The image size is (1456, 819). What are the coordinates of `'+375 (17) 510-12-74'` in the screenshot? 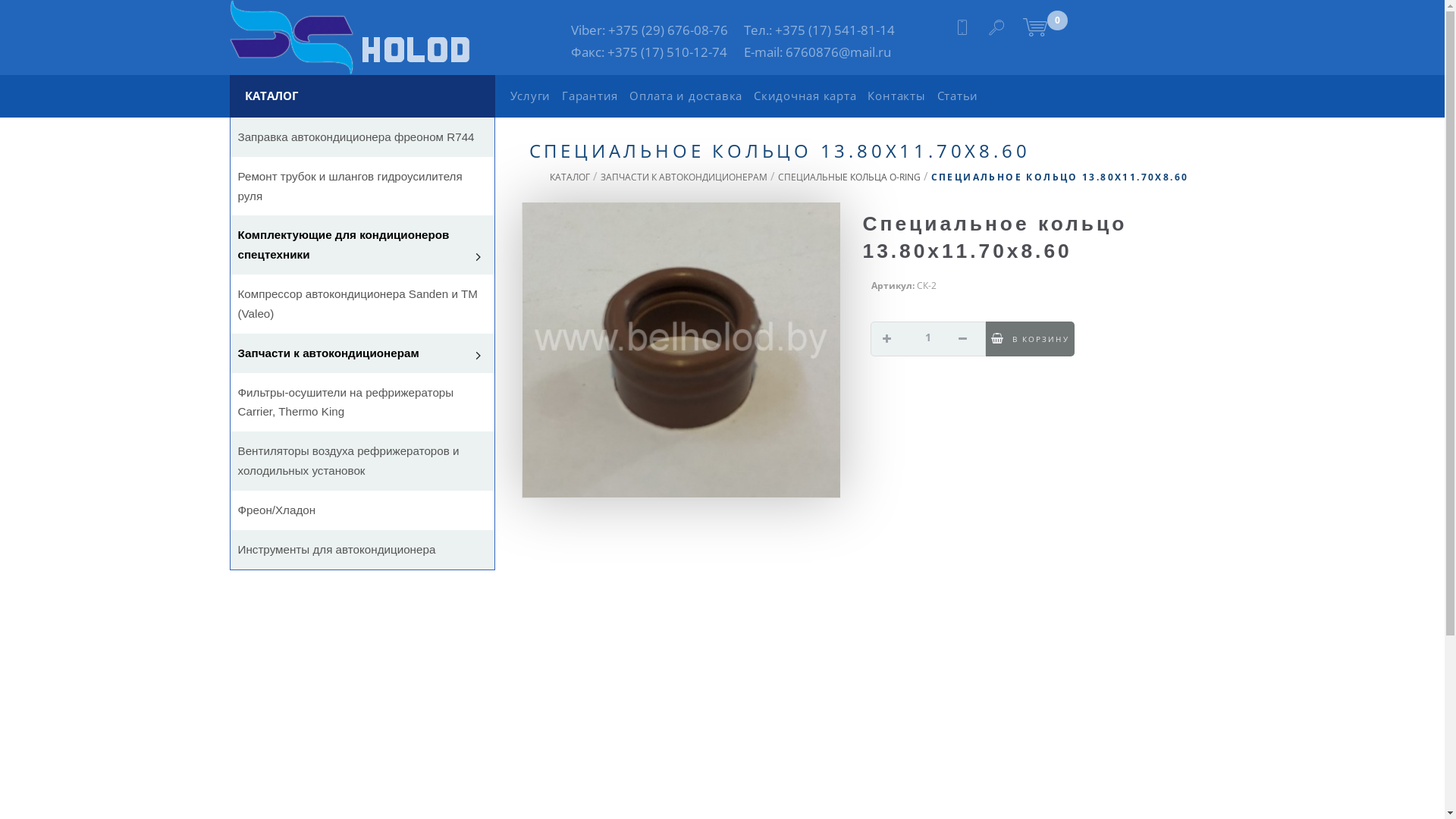 It's located at (667, 51).